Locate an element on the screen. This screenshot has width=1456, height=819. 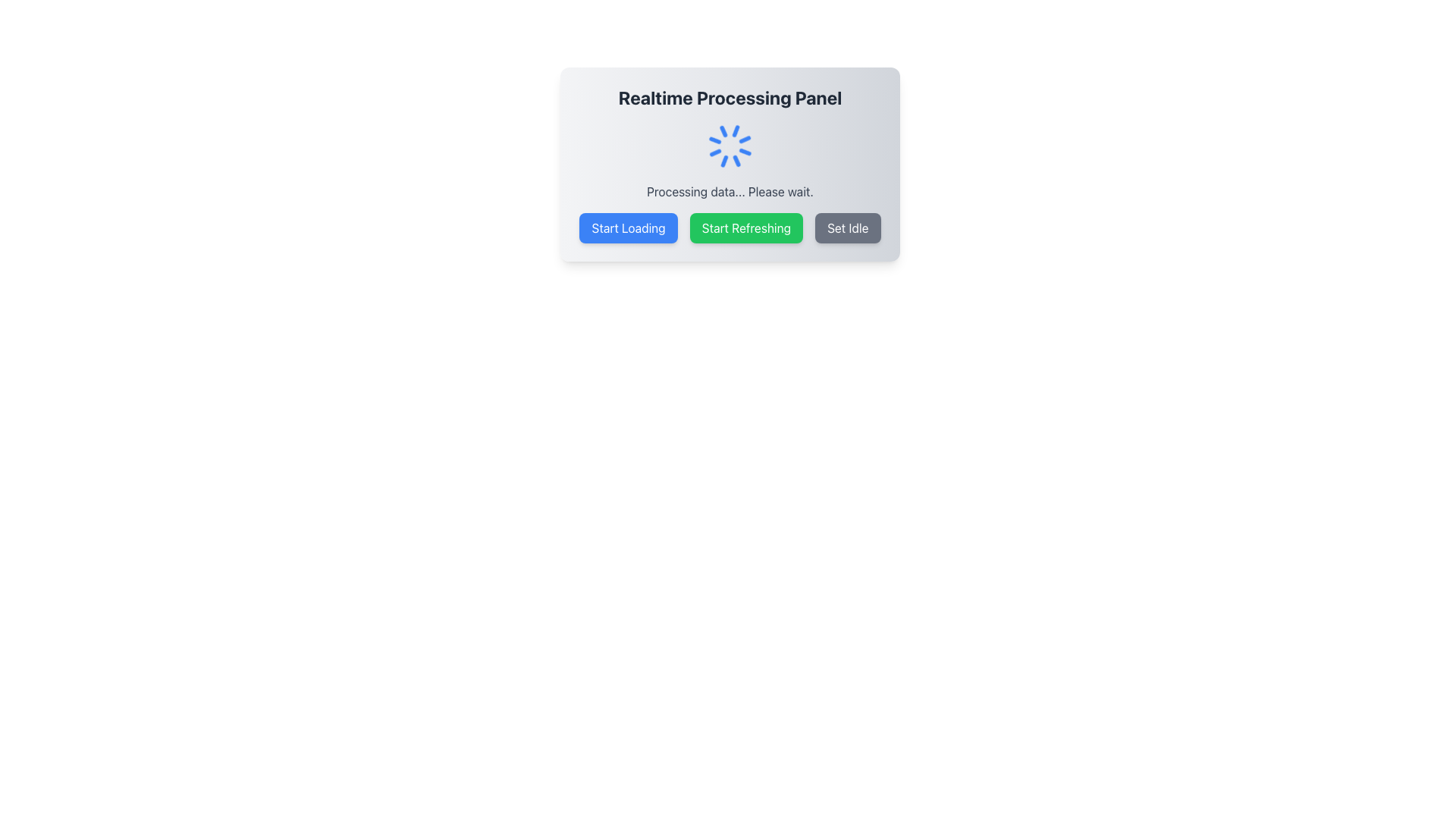
the Spinner Segment located in the upper right quadrant of the spinner element, which indicates activity or processing state is located at coordinates (745, 153).